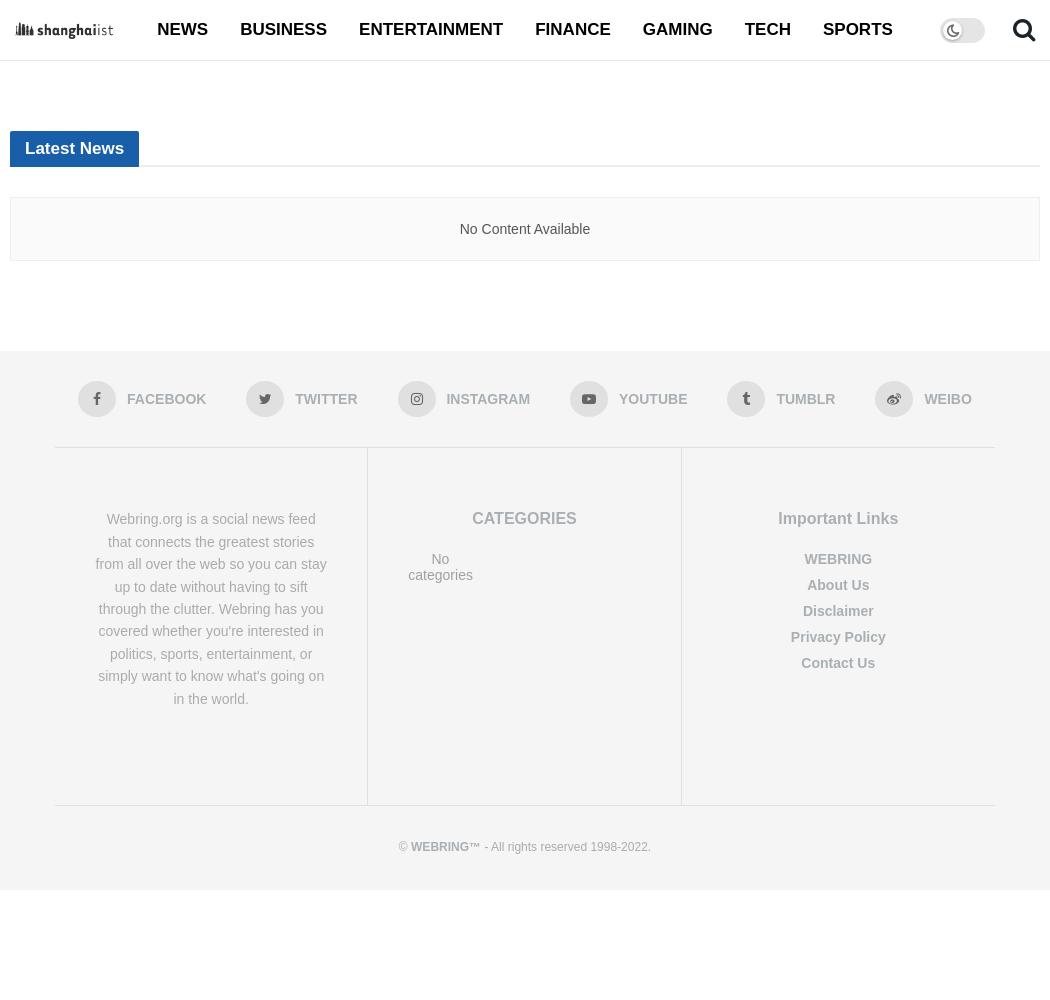 The width and height of the screenshot is (1050, 1000). I want to click on '- All rights reserved 1998-2022.', so click(564, 845).